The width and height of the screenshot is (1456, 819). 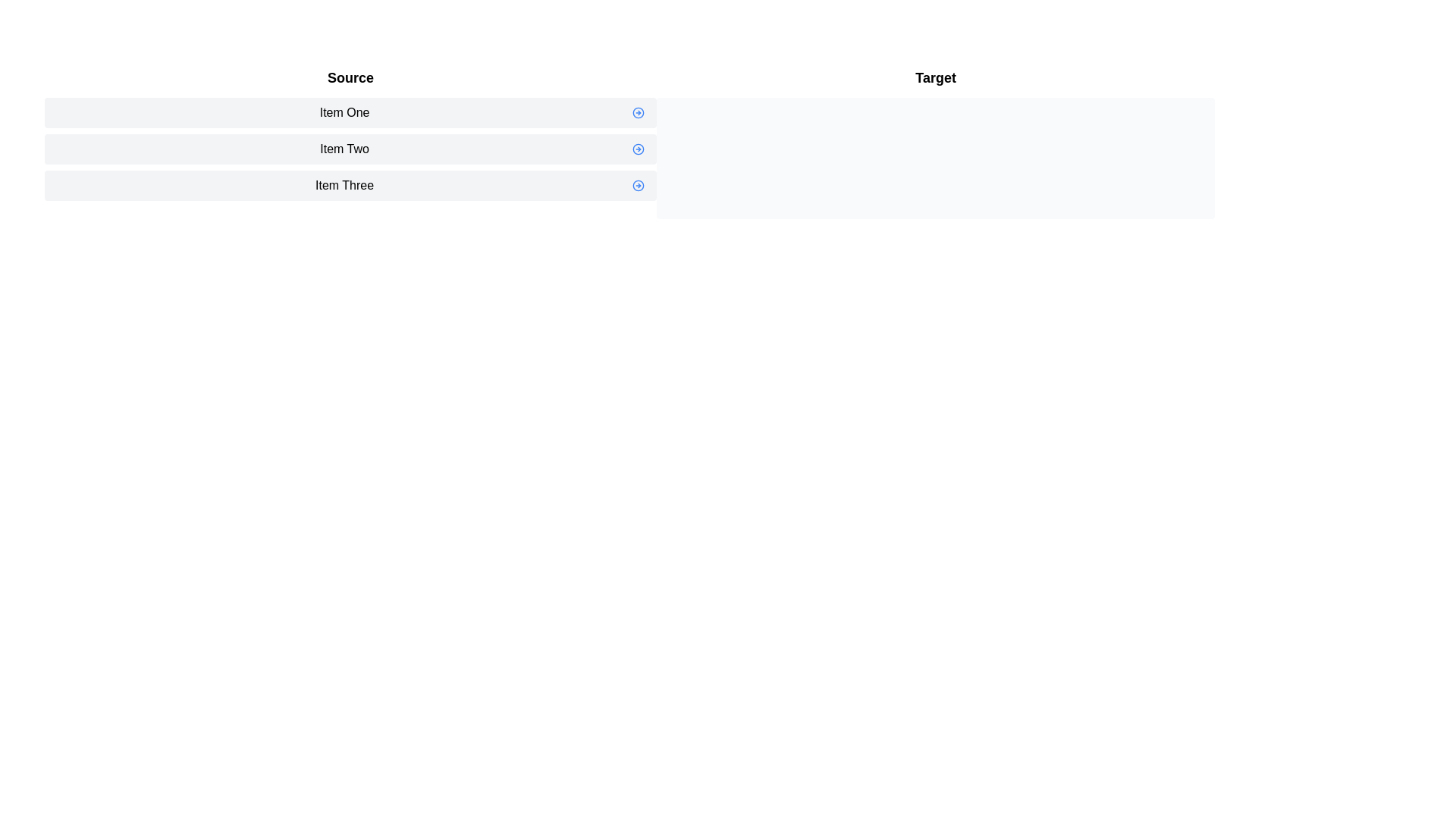 I want to click on the Text label that serves as a static header or section title, located at the top-left section of the interface, so click(x=935, y=78).